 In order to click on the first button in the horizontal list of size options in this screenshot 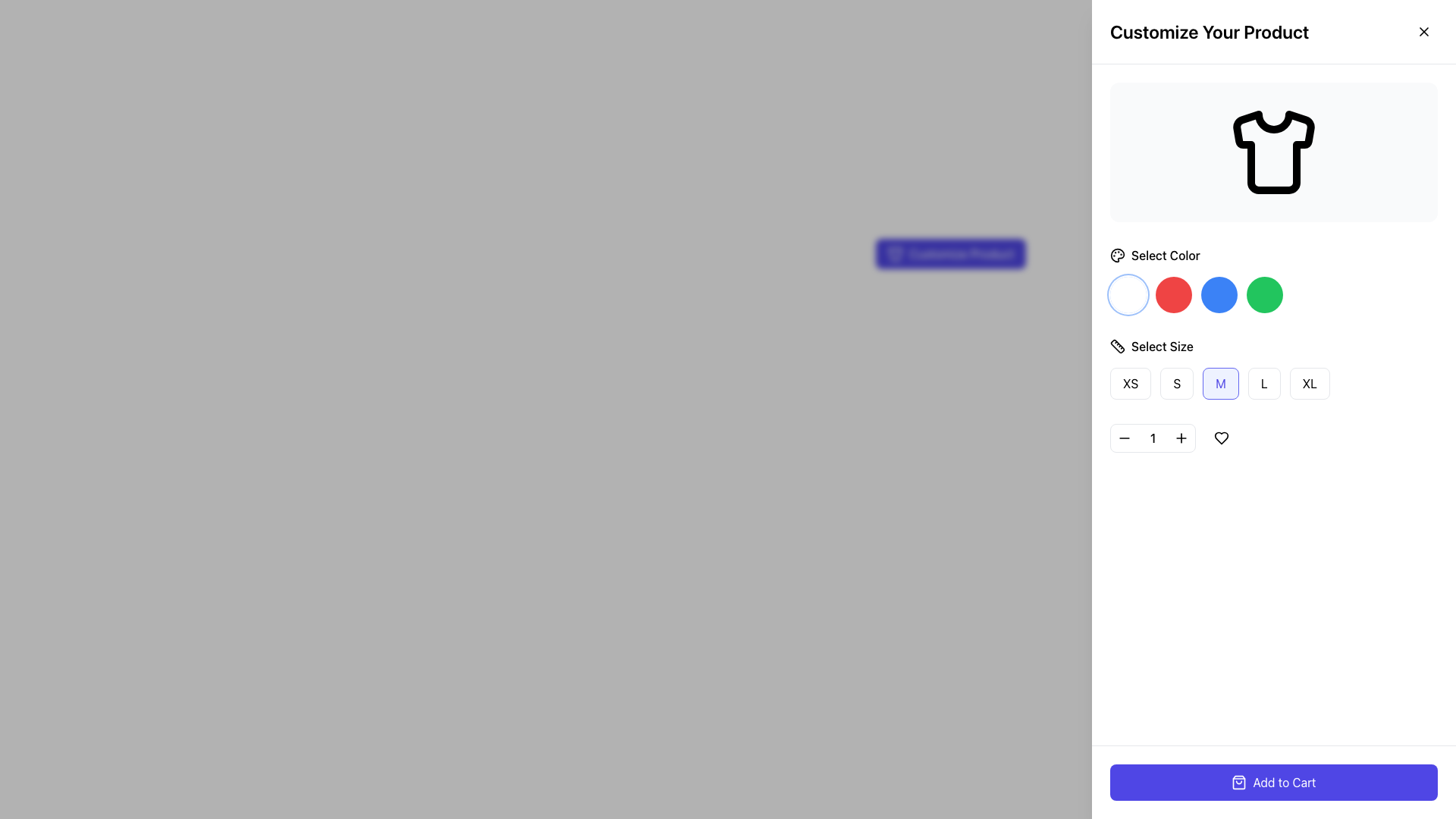, I will do `click(1131, 382)`.